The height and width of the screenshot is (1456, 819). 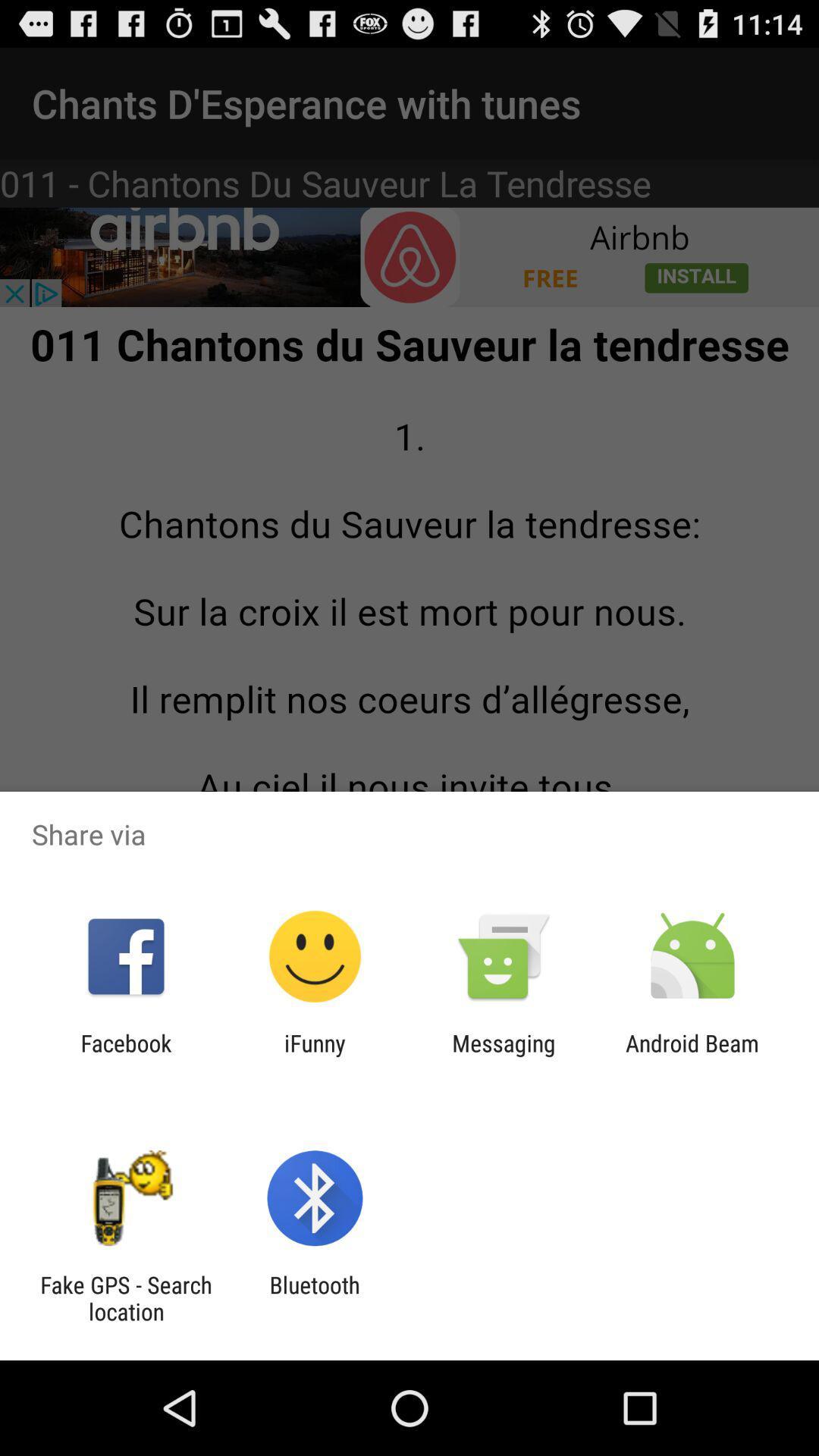 What do you see at coordinates (125, 1056) in the screenshot?
I see `app next to ifunny app` at bounding box center [125, 1056].